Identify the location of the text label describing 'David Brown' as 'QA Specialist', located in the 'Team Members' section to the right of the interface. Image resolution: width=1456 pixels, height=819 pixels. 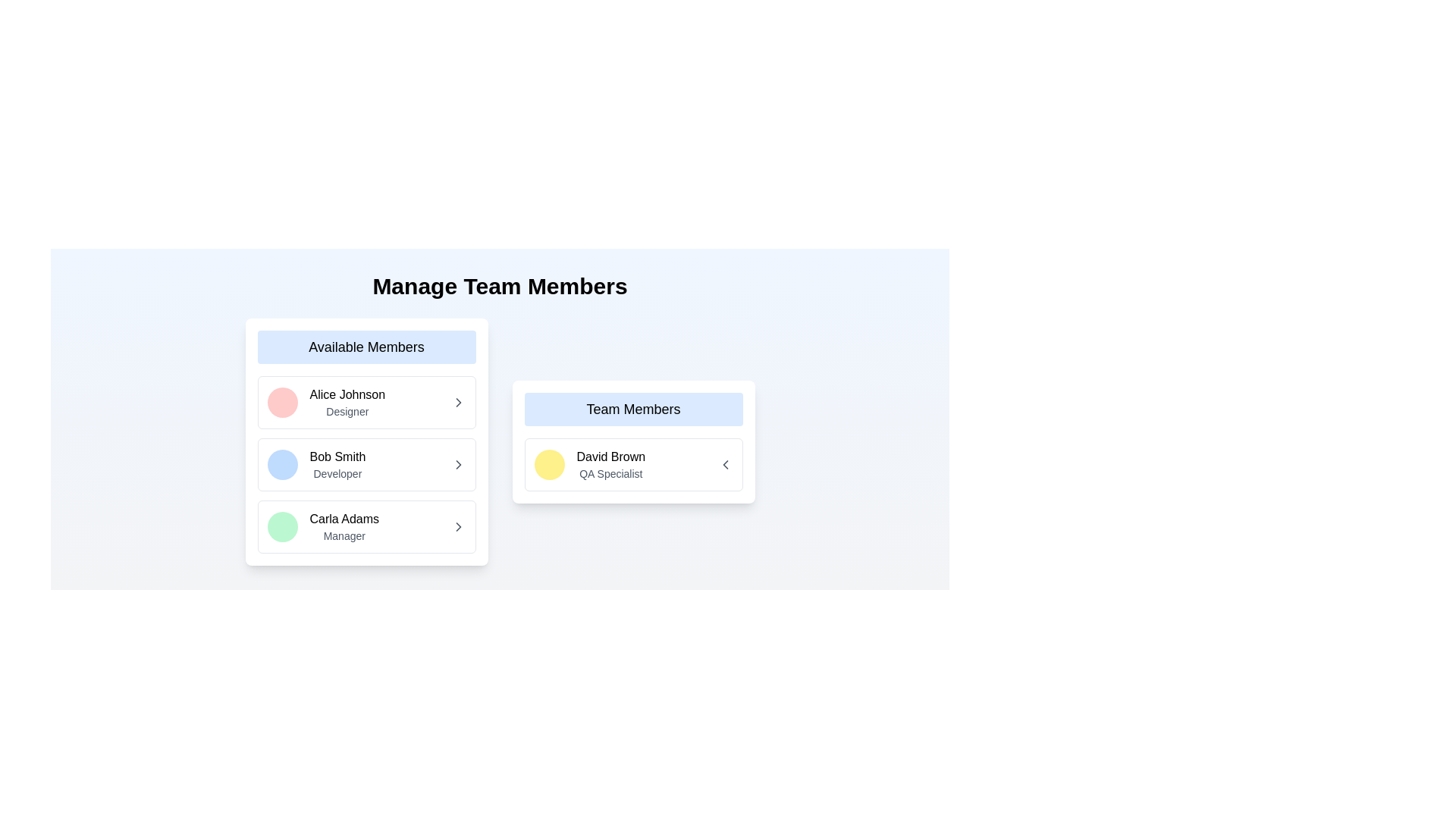
(610, 472).